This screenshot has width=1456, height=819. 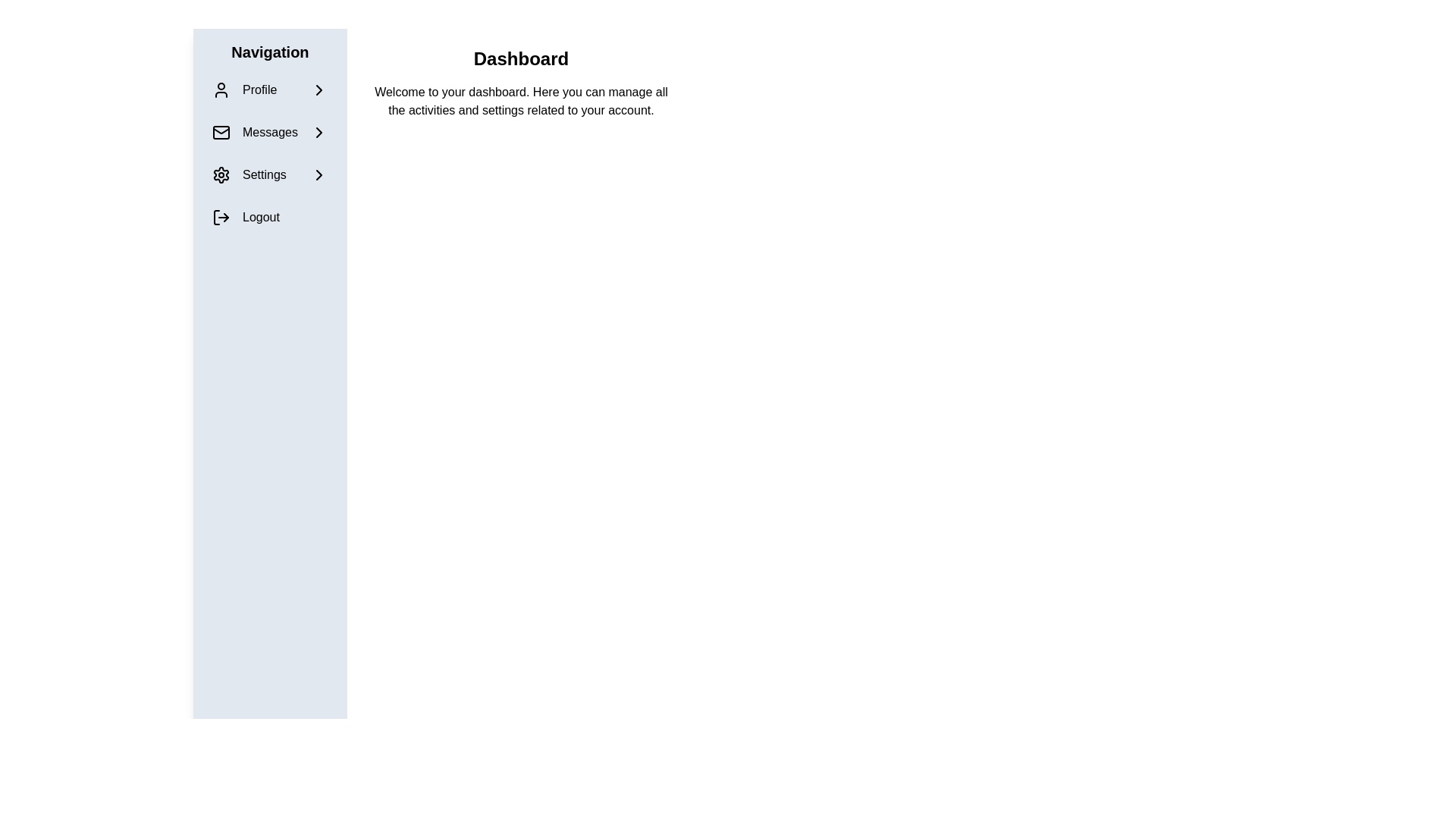 I want to click on the 'Profile' navigation link/button, which features a user profile icon, the text 'Profile', and a right-facing arrow icon, so click(x=270, y=90).